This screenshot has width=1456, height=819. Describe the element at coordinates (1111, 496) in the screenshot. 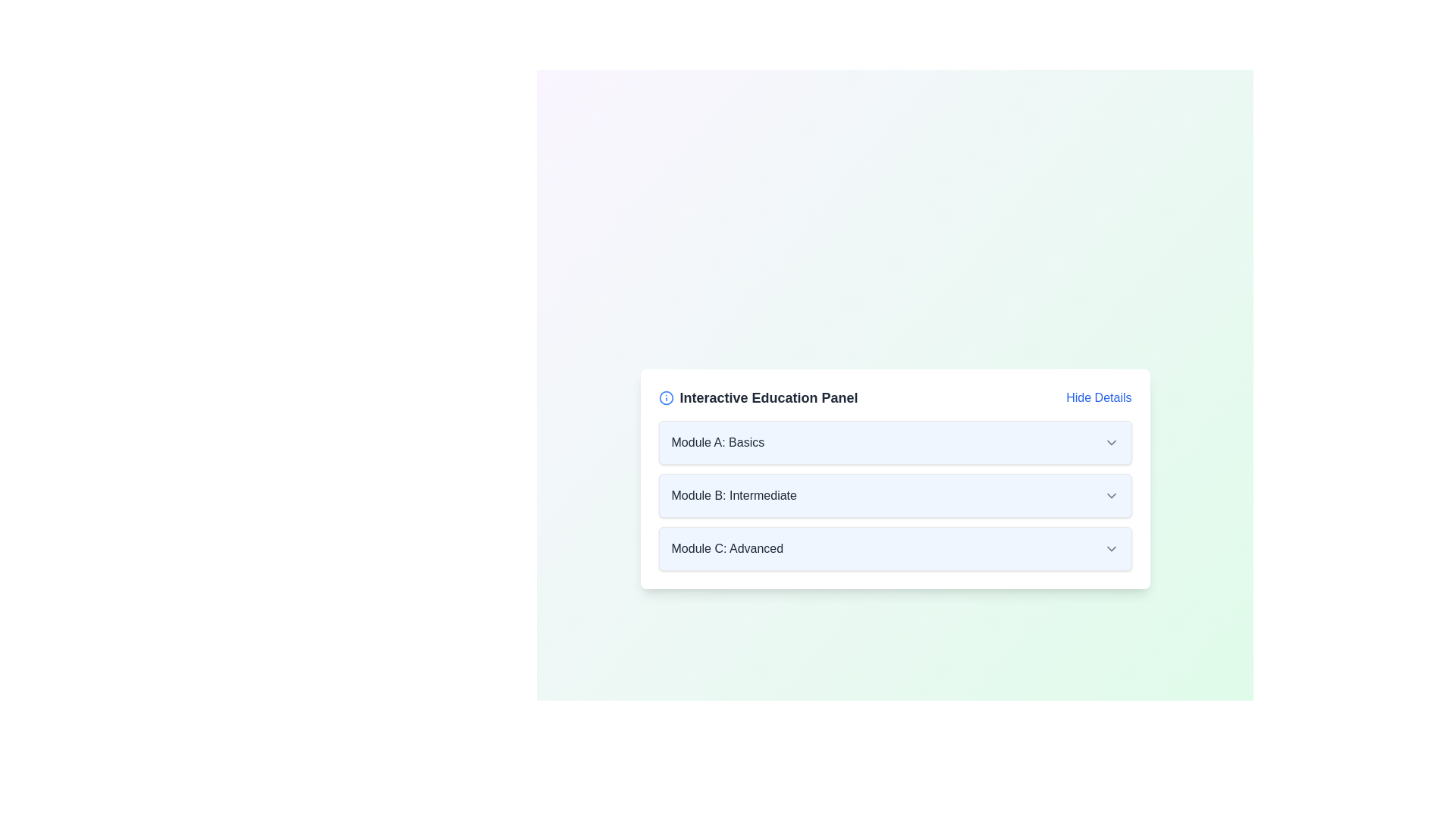

I see `the Dropdown toggle icon (SVG-based chevron) located at the top-right corner of the 'Module B: Intermediate' section` at that location.